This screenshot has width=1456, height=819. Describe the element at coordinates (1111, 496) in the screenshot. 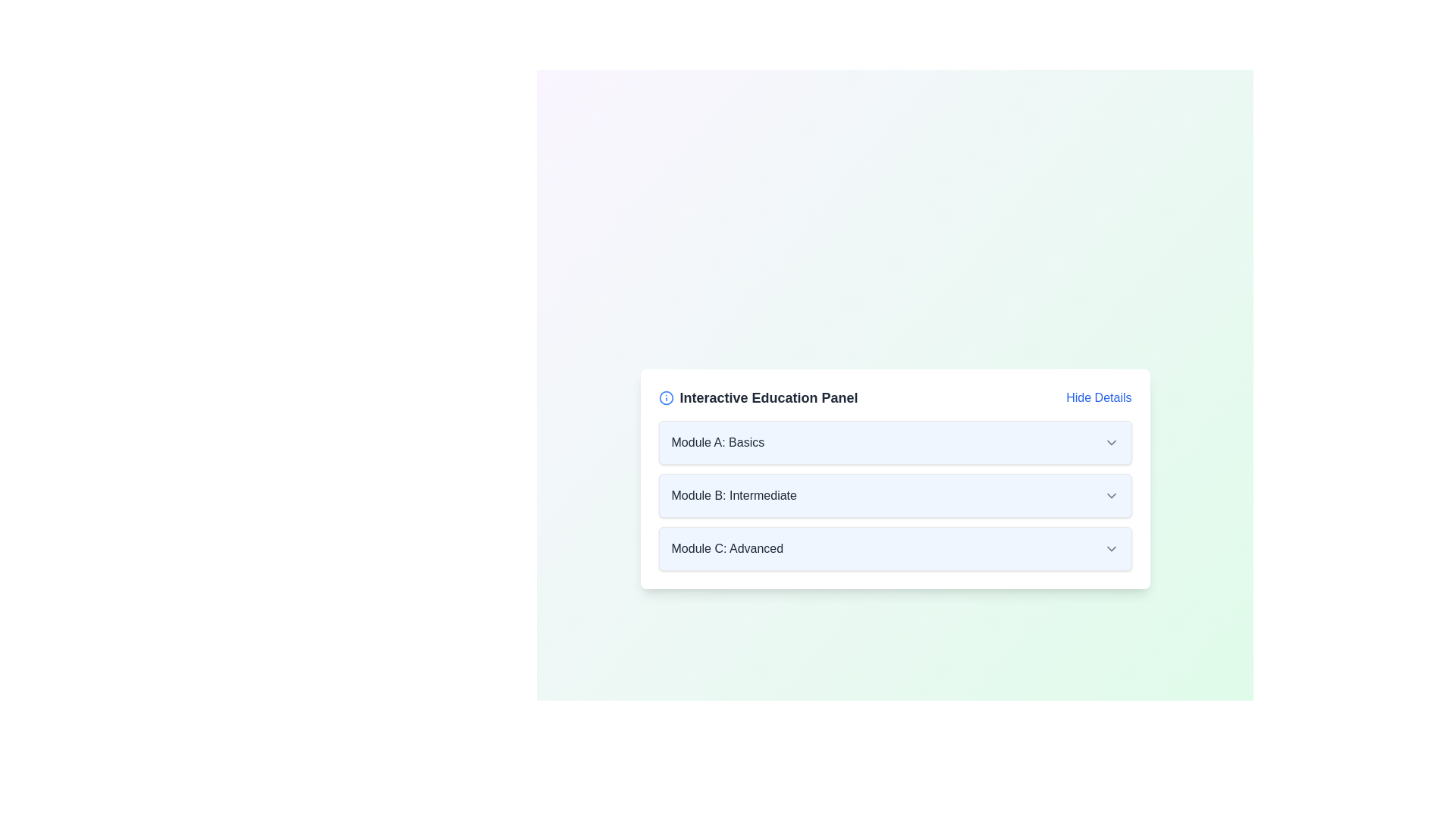

I see `the Dropdown toggle icon (SVG-based chevron) located at the top-right corner of the 'Module B: Intermediate' section` at that location.